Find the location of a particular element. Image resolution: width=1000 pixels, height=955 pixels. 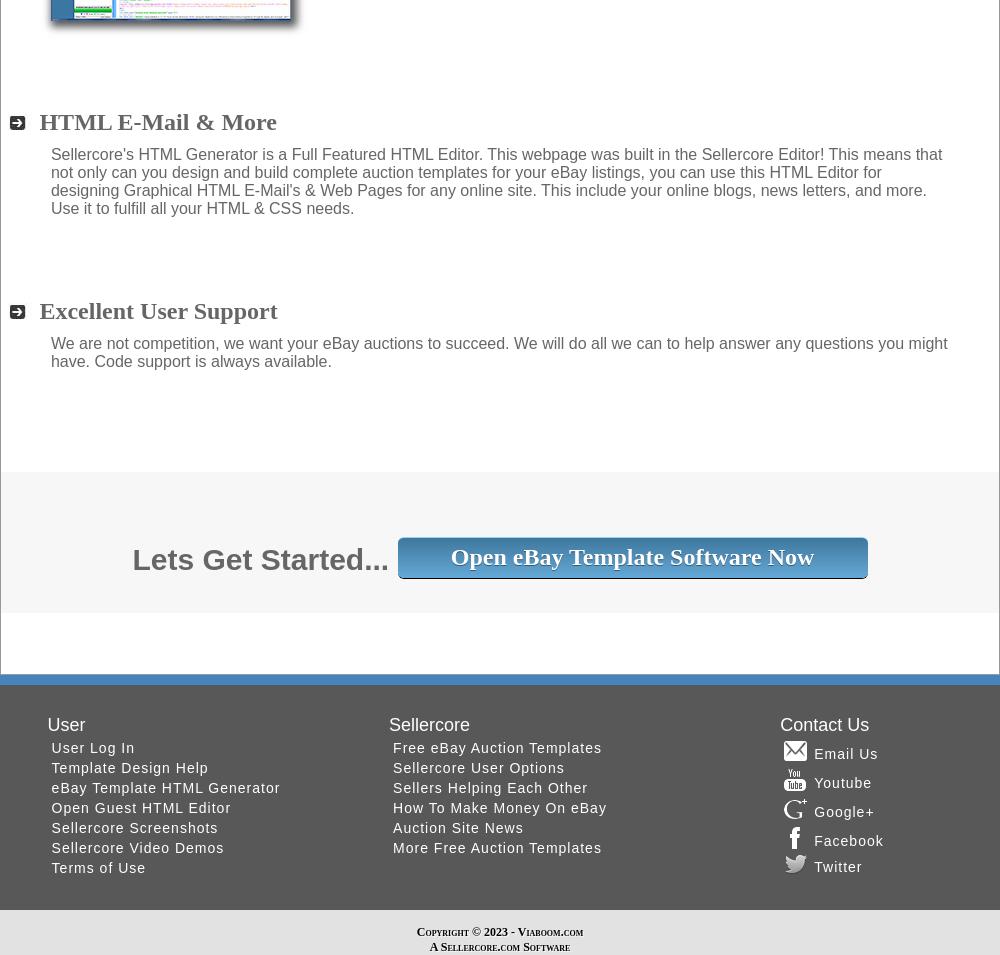

'Open eBay Template Software Now' is located at coordinates (632, 556).